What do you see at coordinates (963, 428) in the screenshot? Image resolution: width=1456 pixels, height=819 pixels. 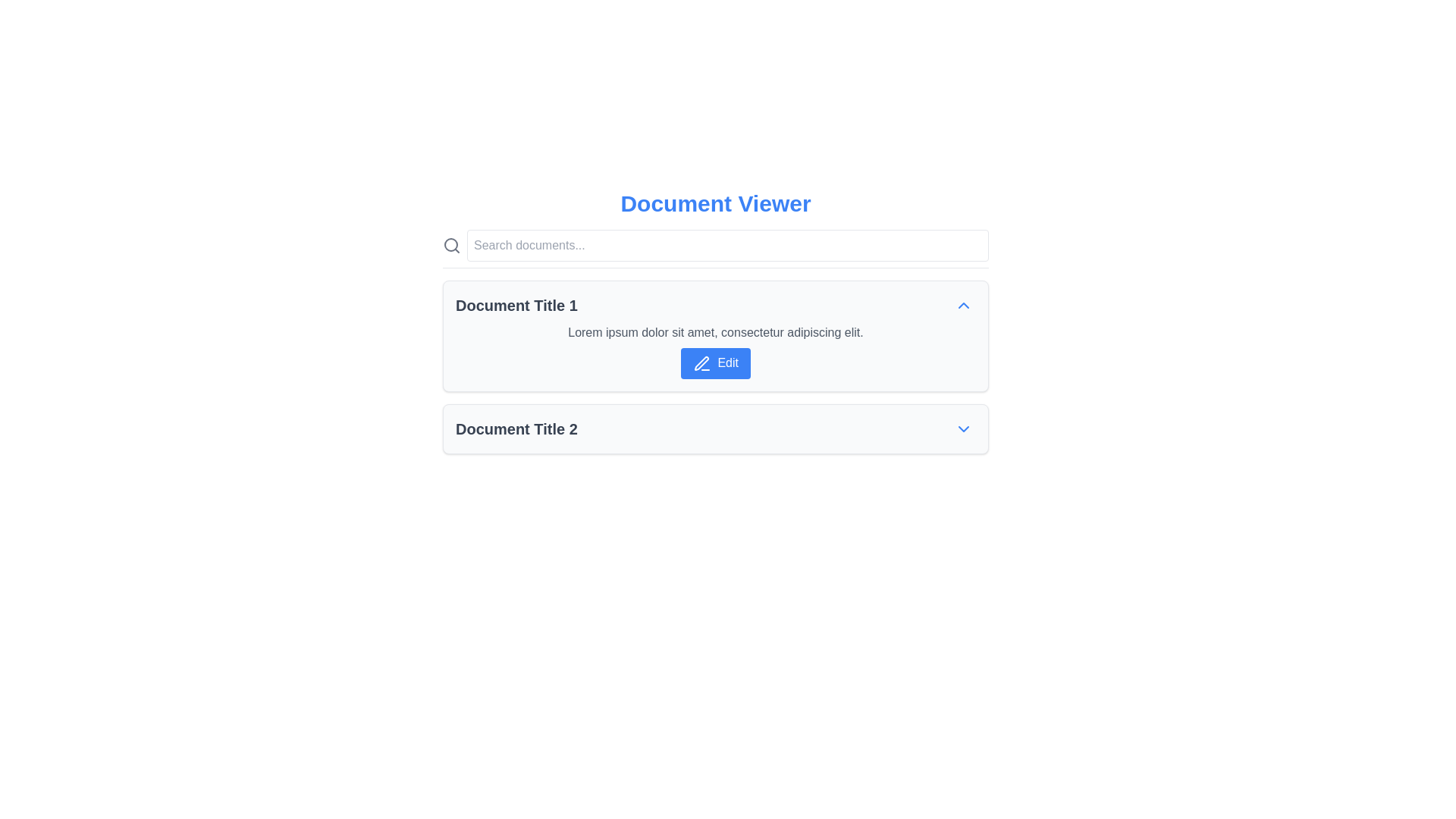 I see `the downward-pointing chevron button with a thin blue outline at the top-right corner of the 'Document Title 2' section` at bounding box center [963, 428].